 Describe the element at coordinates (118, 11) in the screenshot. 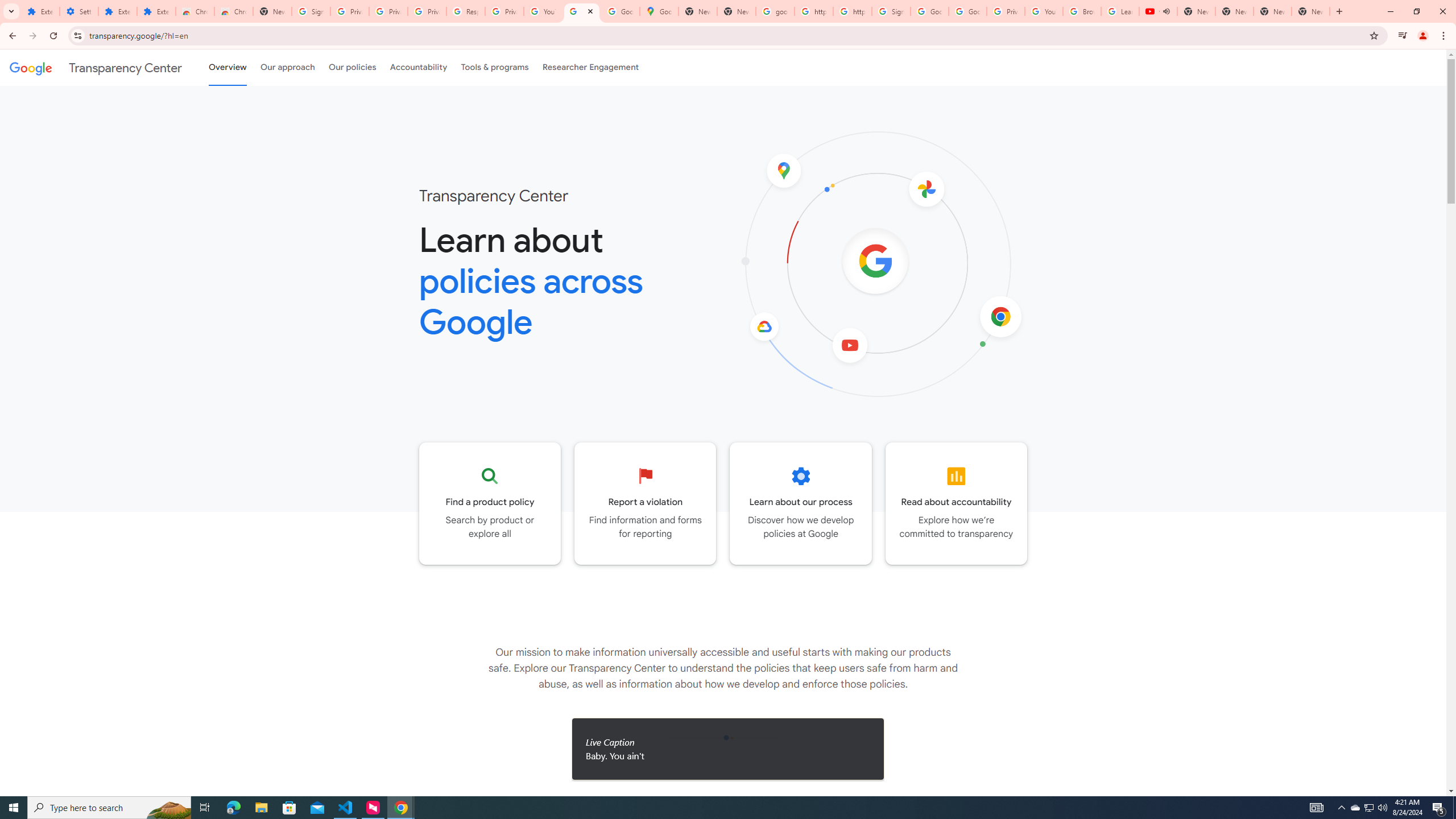

I see `'Extensions'` at that location.